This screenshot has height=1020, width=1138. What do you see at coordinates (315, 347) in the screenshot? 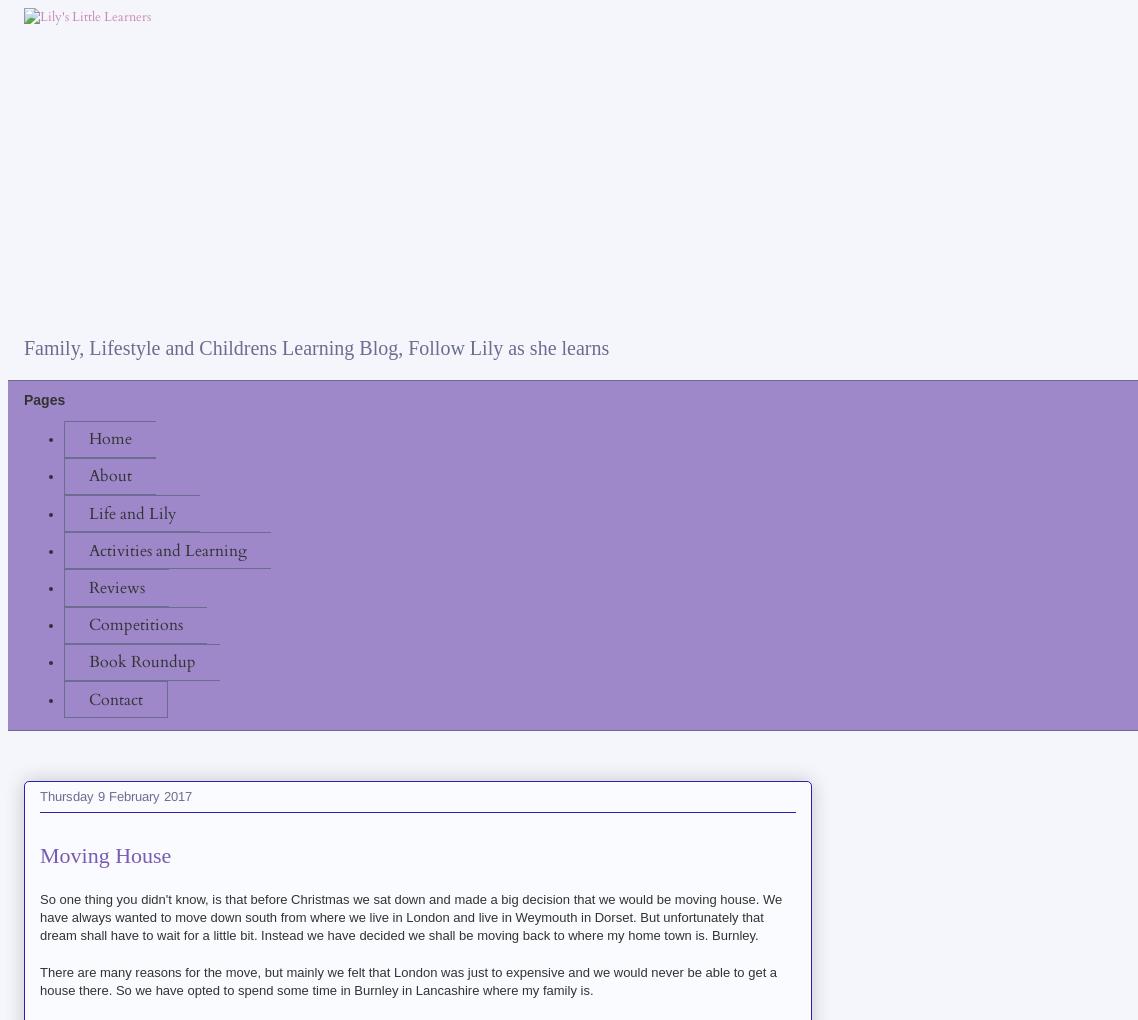
I see `'Family, Lifestyle and Childrens Learning Blog, Follow Lily as she learns'` at bounding box center [315, 347].